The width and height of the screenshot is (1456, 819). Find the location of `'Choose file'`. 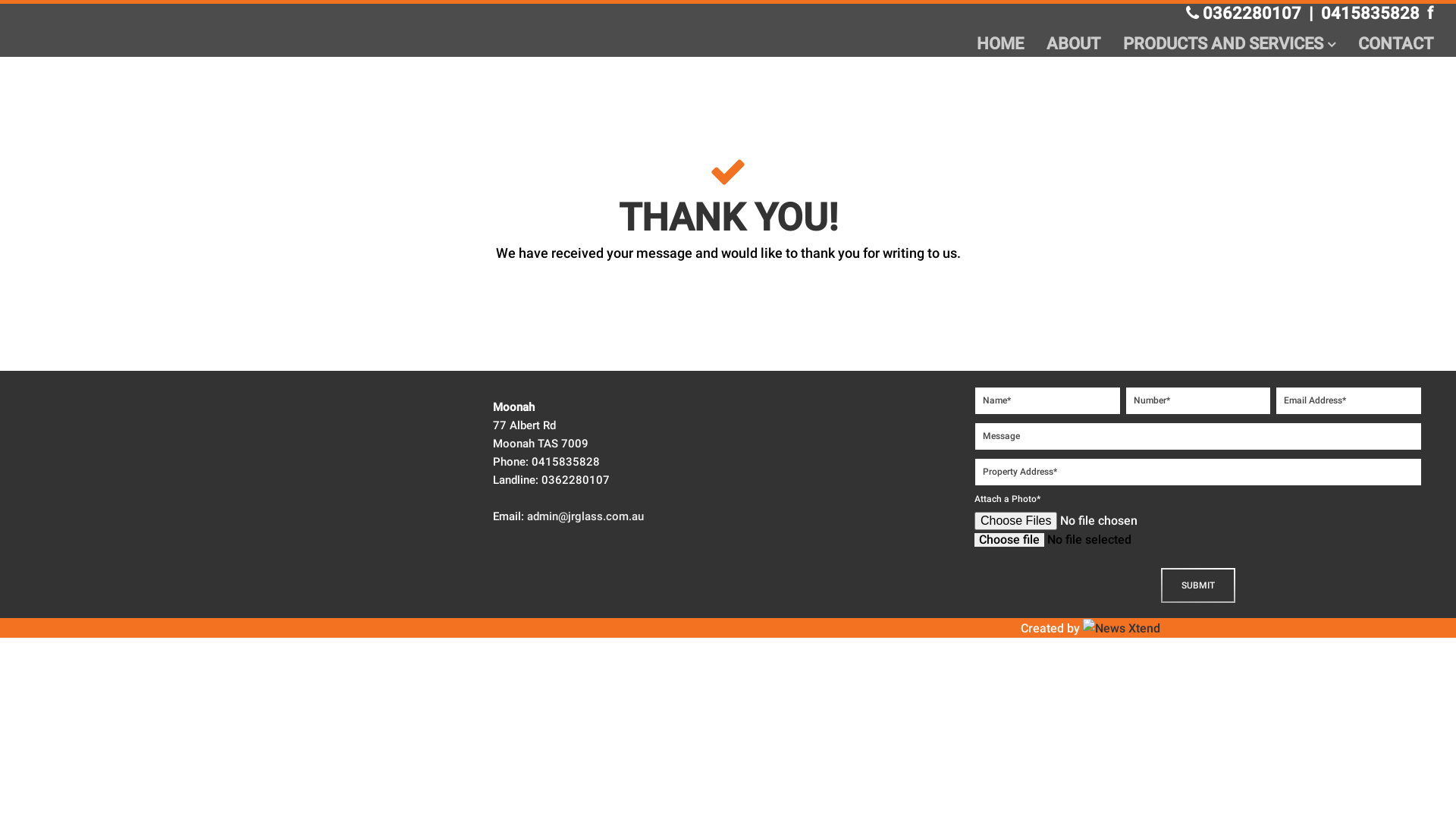

'Choose file' is located at coordinates (1009, 539).